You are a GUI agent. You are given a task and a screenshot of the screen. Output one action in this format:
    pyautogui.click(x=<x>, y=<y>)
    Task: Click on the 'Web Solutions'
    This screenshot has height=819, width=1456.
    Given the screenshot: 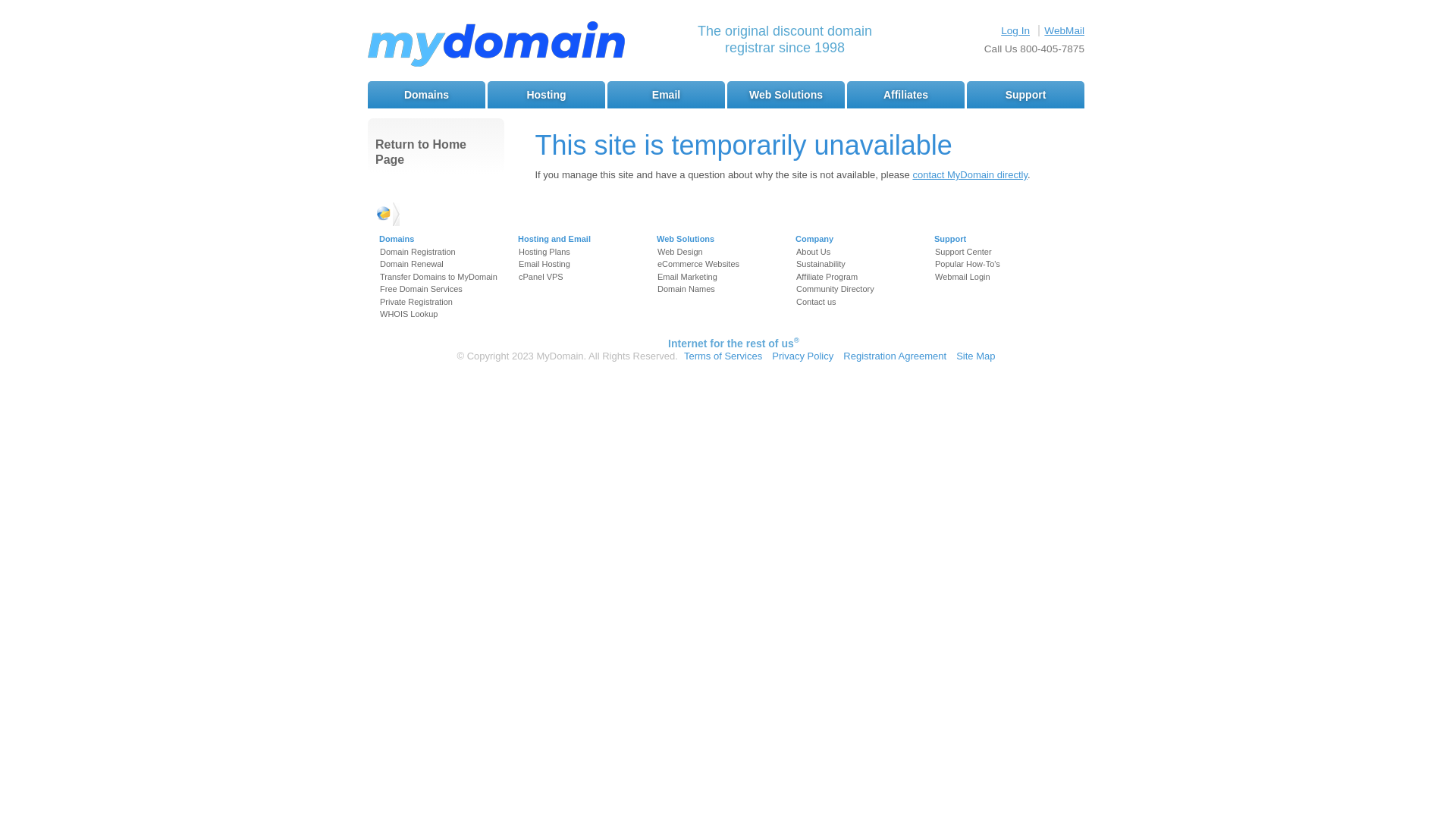 What is the action you would take?
    pyautogui.click(x=684, y=239)
    